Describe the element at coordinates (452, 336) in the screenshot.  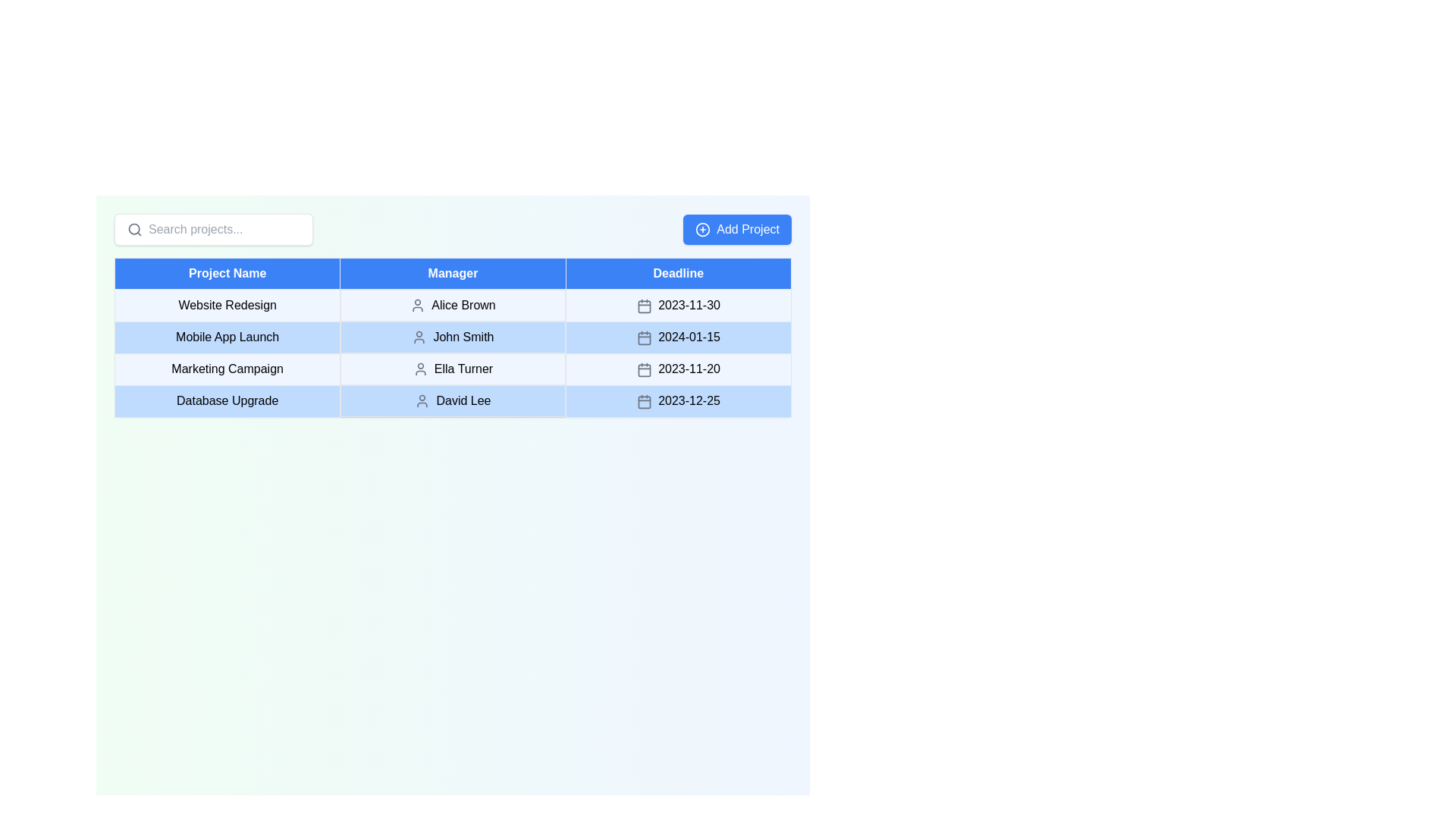
I see `the Text Cell with Icon displaying 'John Smith' in the Manager column` at that location.